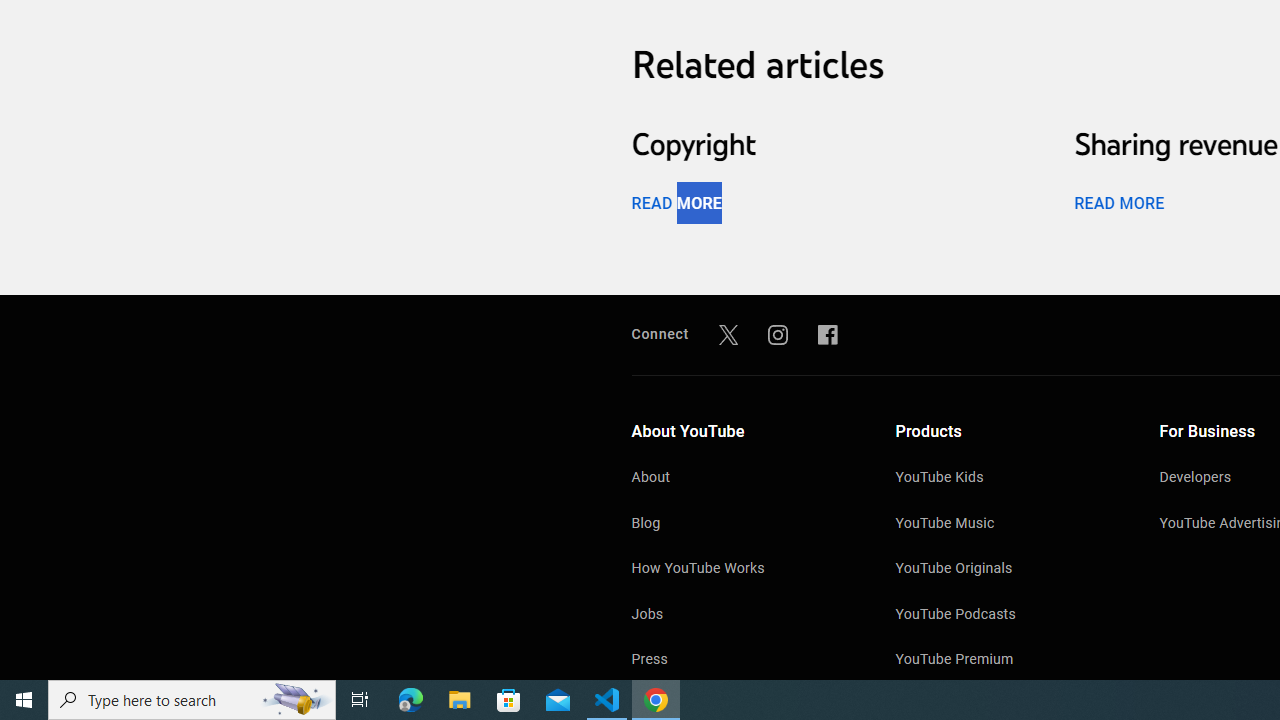 Image resolution: width=1280 pixels, height=720 pixels. I want to click on 'YouTube Podcasts', so click(1007, 615).